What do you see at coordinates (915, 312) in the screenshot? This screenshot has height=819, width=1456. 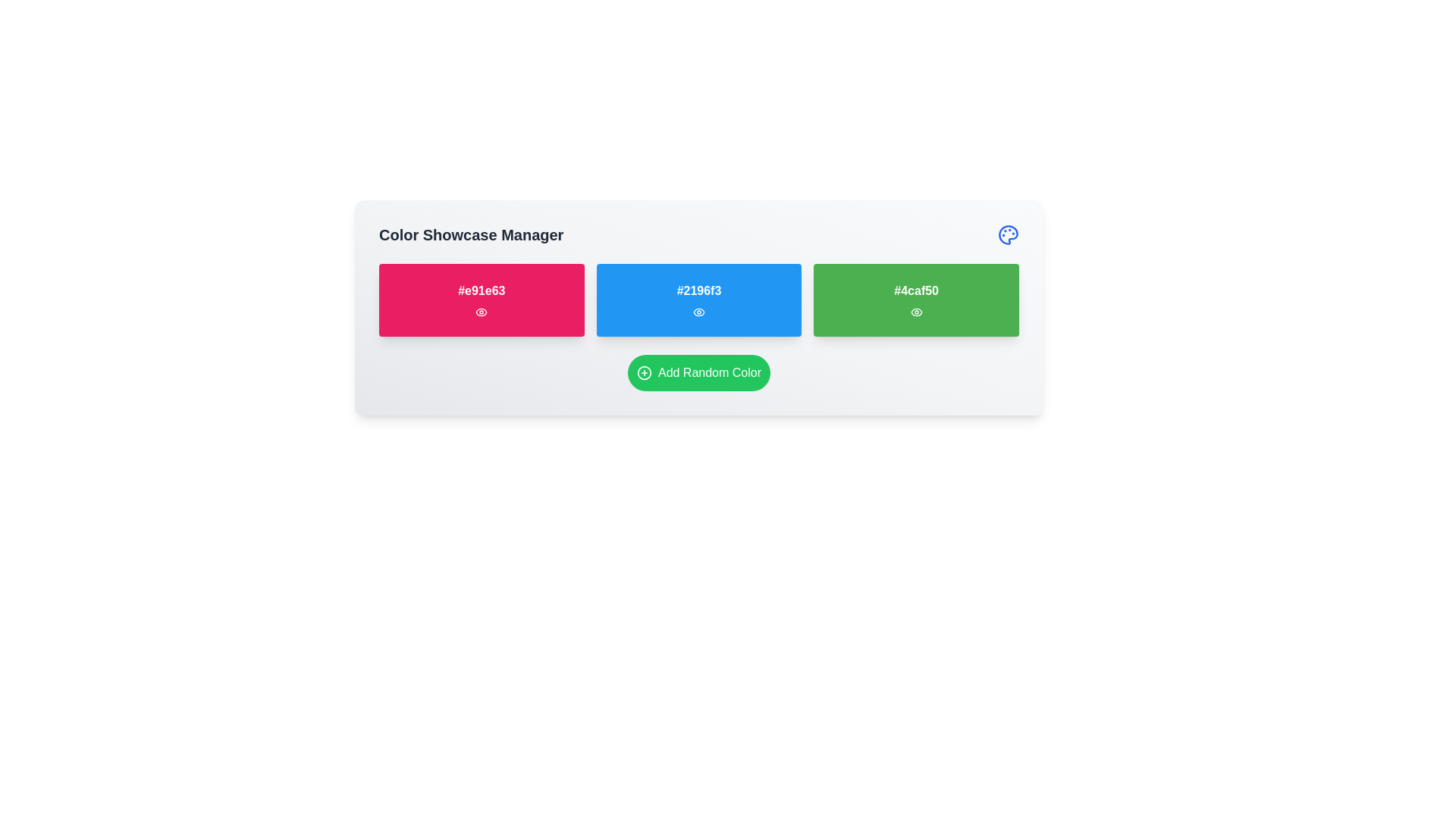 I see `the outer ellipse-like part of the eye-shaped icon, which is a vector graphic component with a green stroke on a white background, located within a green card with the text '#4caf50'` at bounding box center [915, 312].